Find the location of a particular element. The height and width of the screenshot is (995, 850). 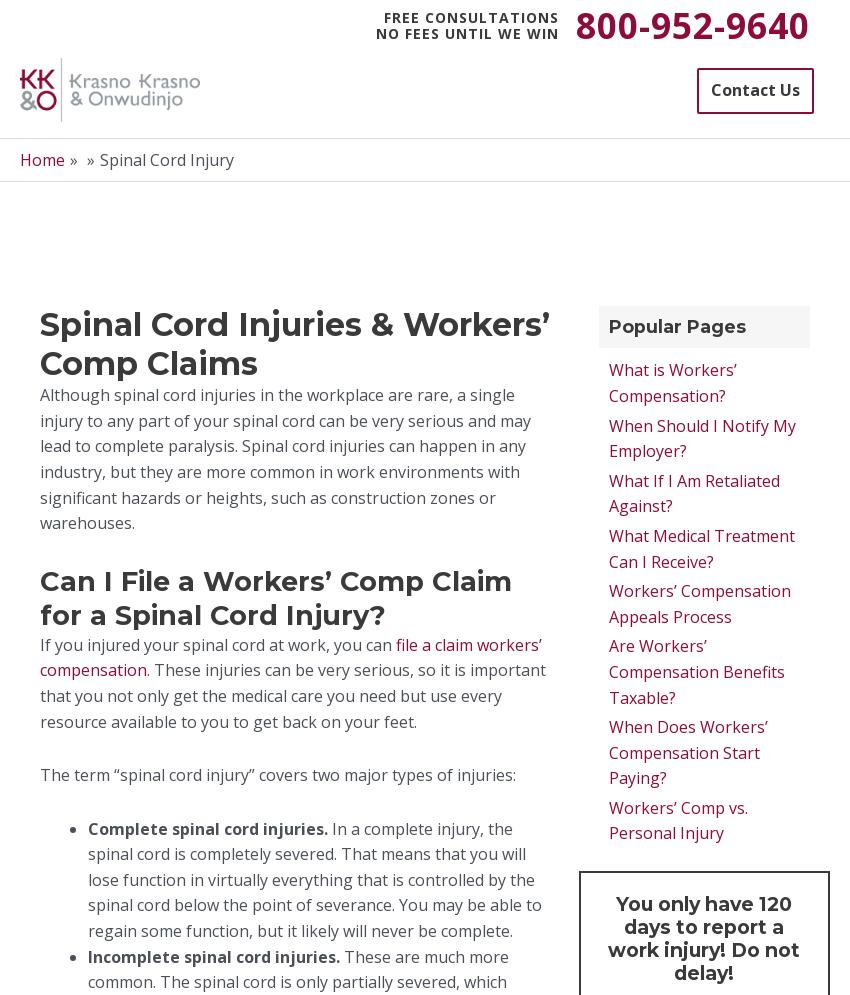

'You only have 120 days to report a work injury! Do not delay!' is located at coordinates (607, 938).